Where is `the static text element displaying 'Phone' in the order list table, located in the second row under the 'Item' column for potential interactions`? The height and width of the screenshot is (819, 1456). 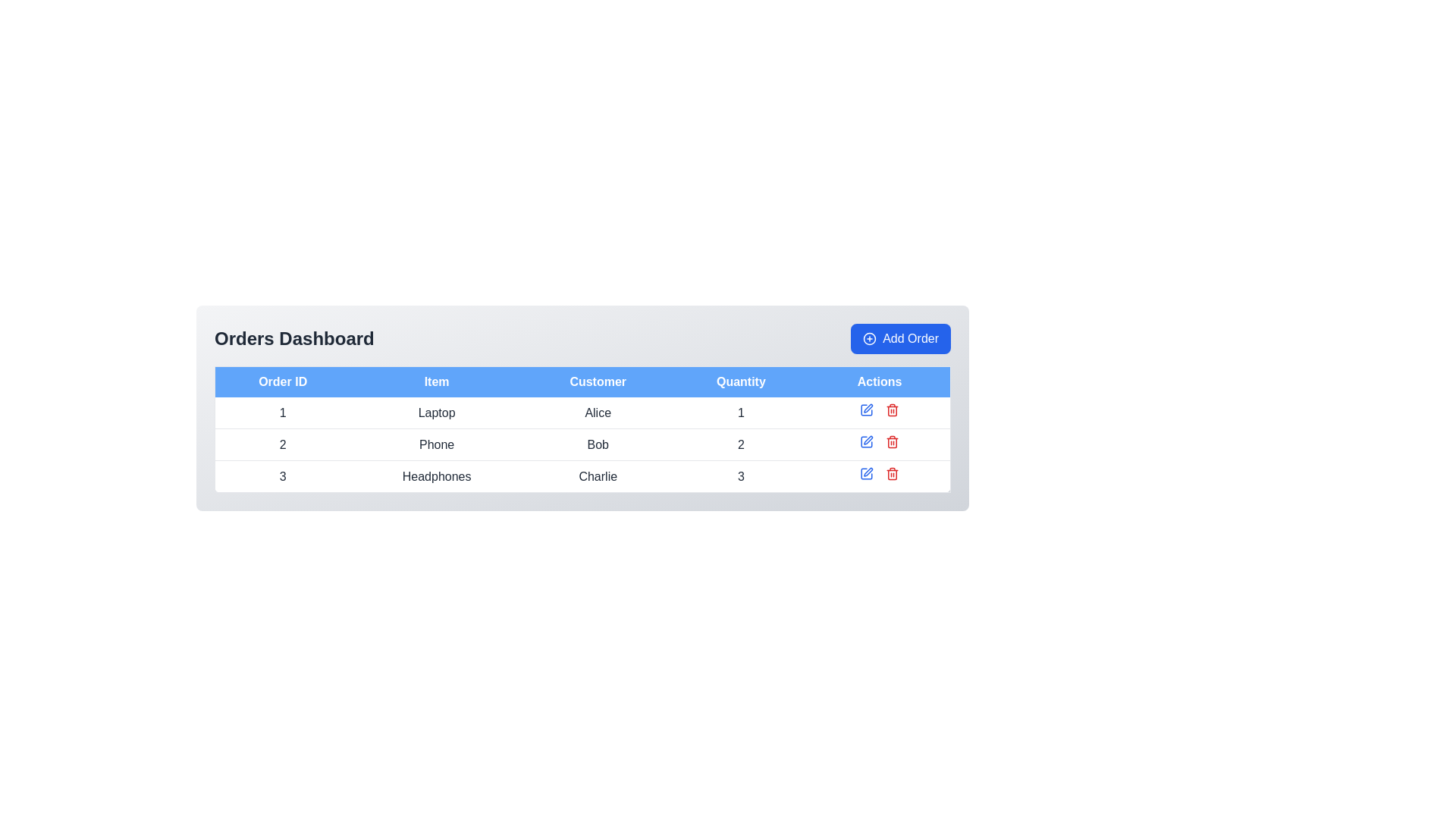
the static text element displaying 'Phone' in the order list table, located in the second row under the 'Item' column for potential interactions is located at coordinates (436, 444).